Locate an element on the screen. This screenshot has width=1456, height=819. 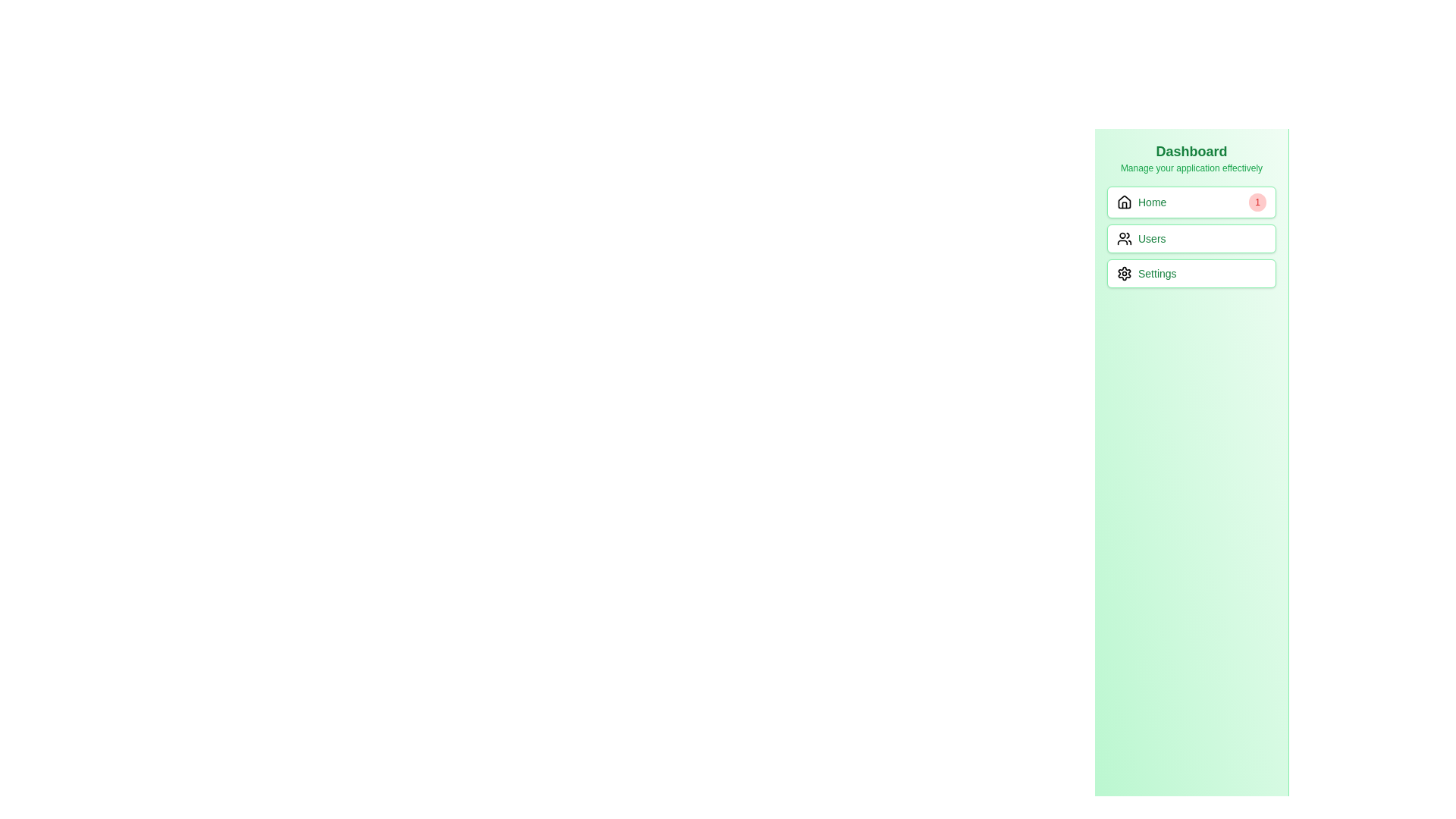
the bold green text label reading 'Dashboard', which is prominently displayed at the top of a green background area is located at coordinates (1191, 152).